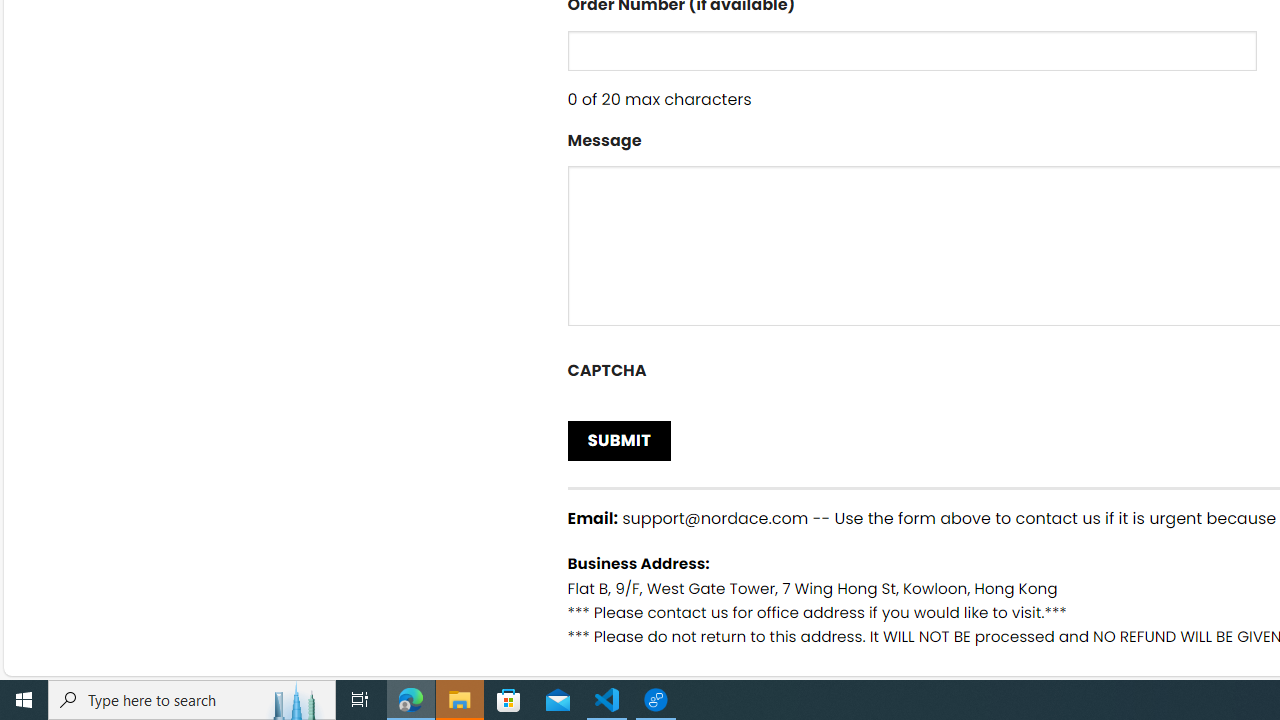  I want to click on 'Submit', so click(618, 439).